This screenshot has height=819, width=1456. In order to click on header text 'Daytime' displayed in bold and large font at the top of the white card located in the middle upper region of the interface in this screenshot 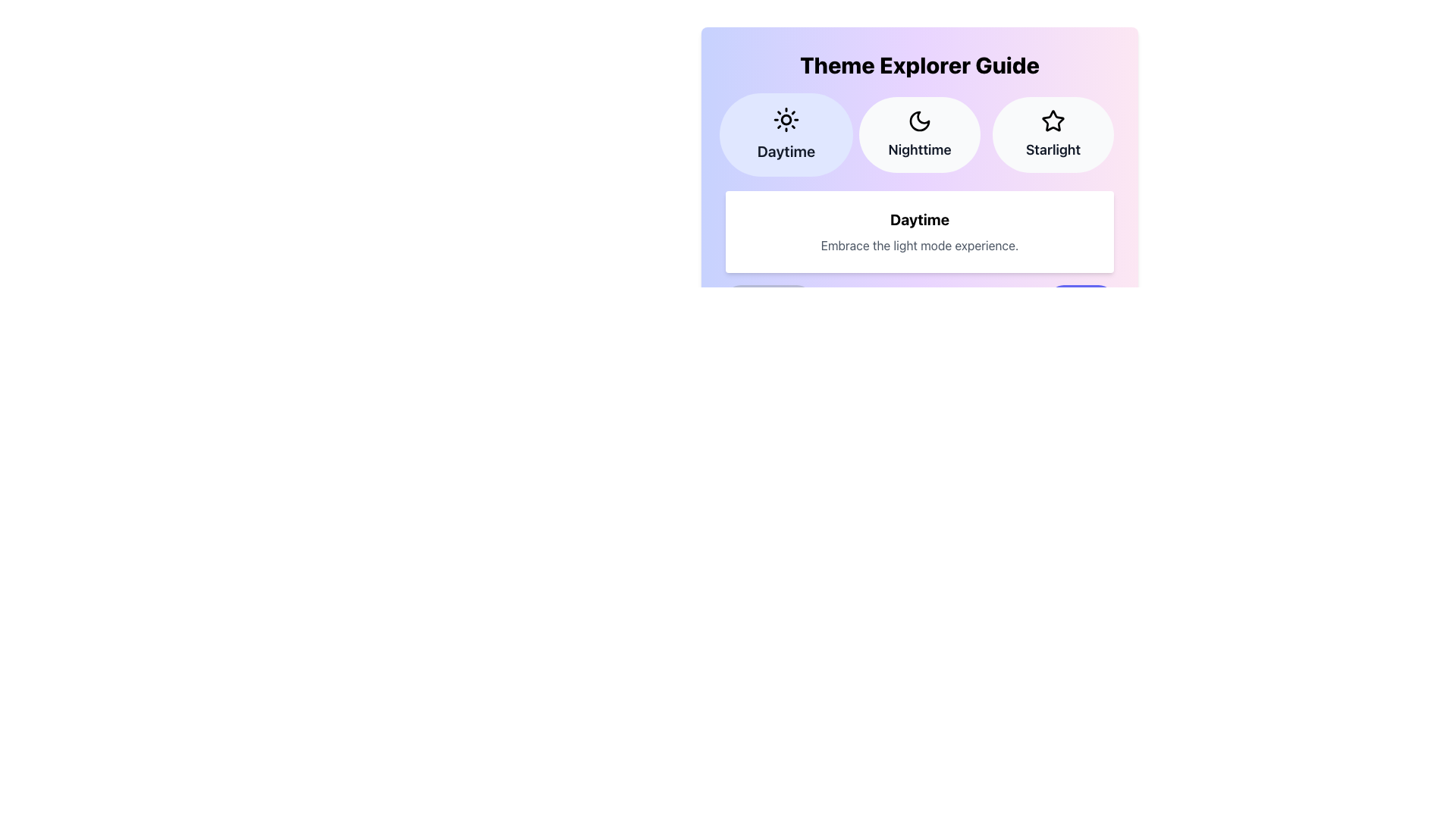, I will do `click(919, 219)`.